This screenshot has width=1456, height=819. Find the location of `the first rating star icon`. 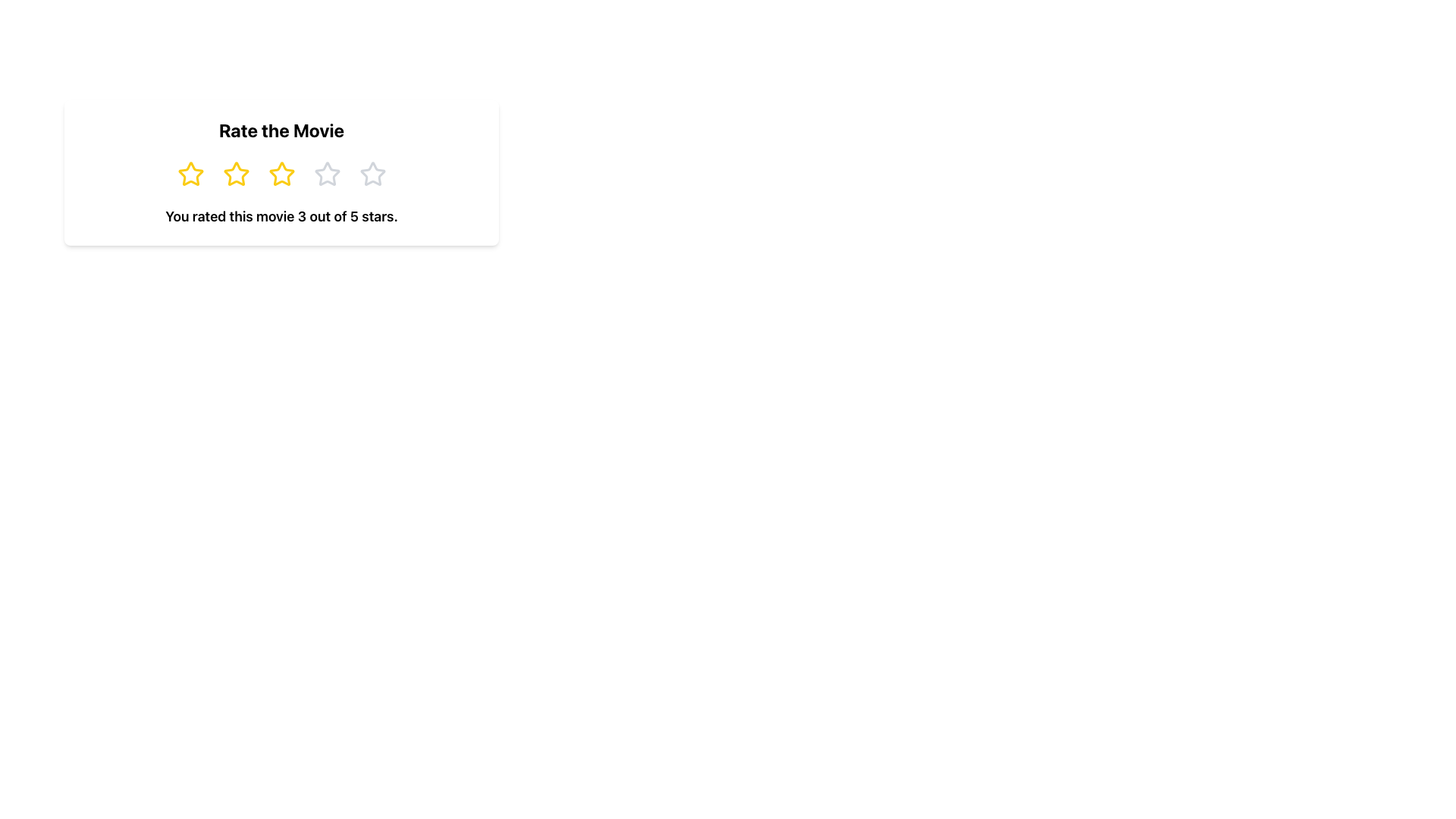

the first rating star icon is located at coordinates (190, 174).